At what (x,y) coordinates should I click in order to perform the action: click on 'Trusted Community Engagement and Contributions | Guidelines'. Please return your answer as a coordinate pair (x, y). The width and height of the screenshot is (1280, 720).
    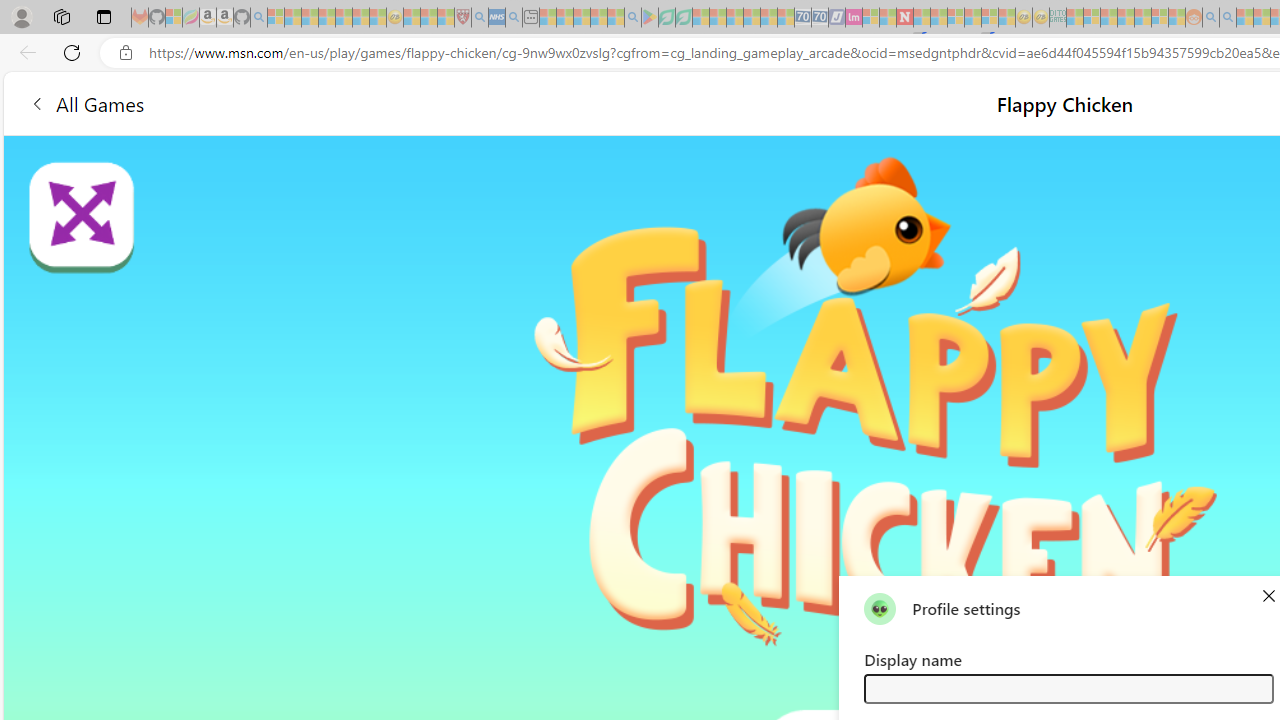
    Looking at the image, I should click on (921, 17).